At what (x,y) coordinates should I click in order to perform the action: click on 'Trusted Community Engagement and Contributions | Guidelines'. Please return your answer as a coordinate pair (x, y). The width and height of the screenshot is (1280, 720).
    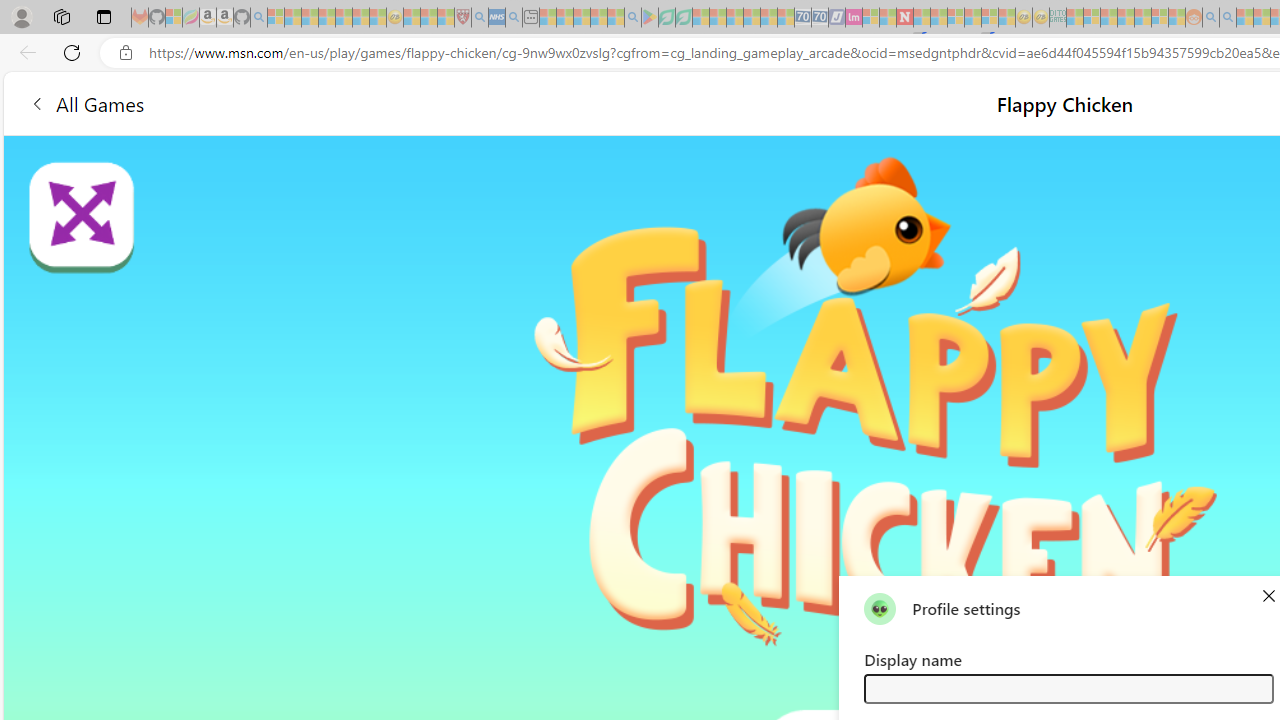
    Looking at the image, I should click on (921, 17).